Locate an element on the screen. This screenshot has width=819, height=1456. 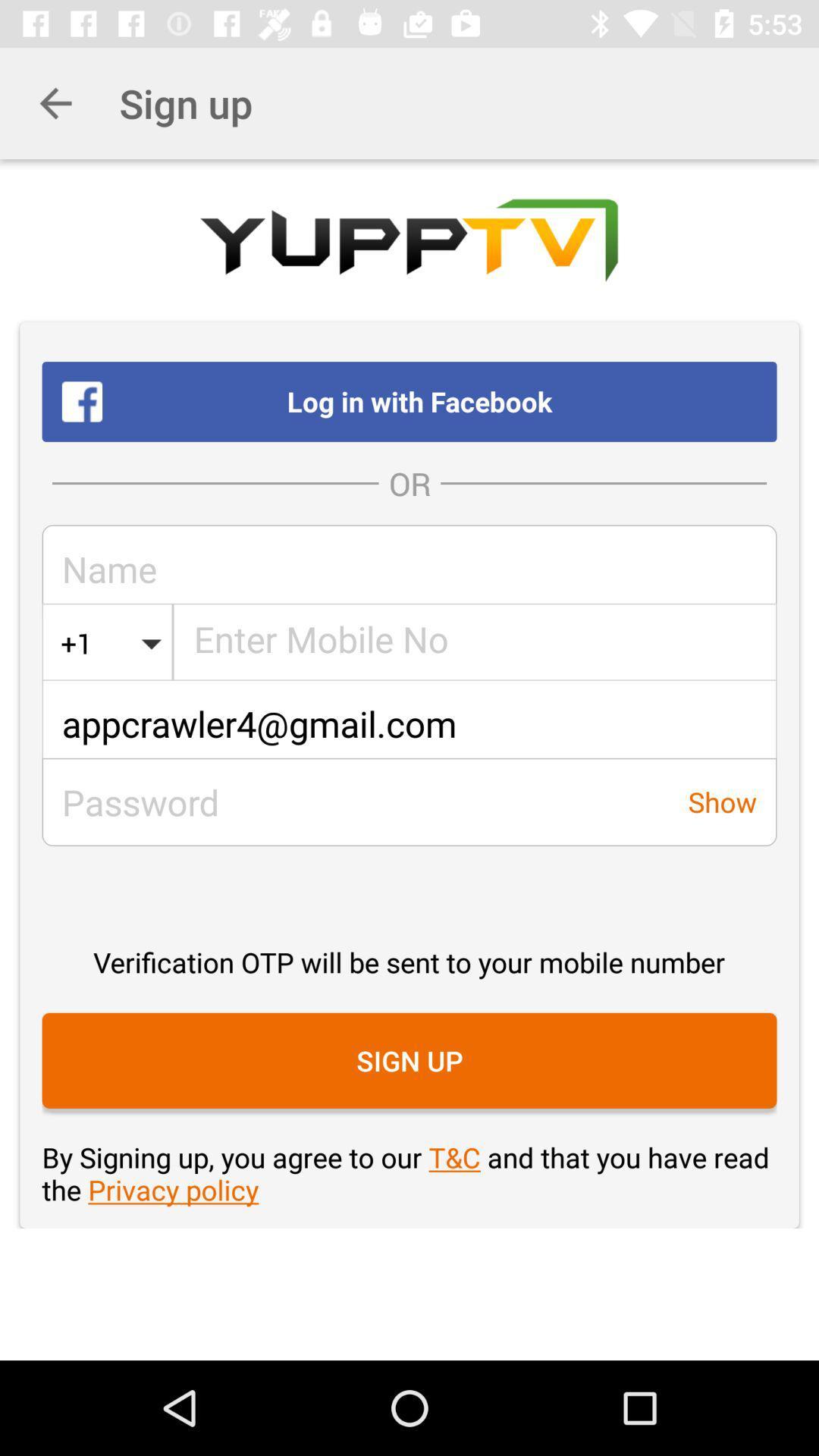
the log in with item is located at coordinates (409, 401).